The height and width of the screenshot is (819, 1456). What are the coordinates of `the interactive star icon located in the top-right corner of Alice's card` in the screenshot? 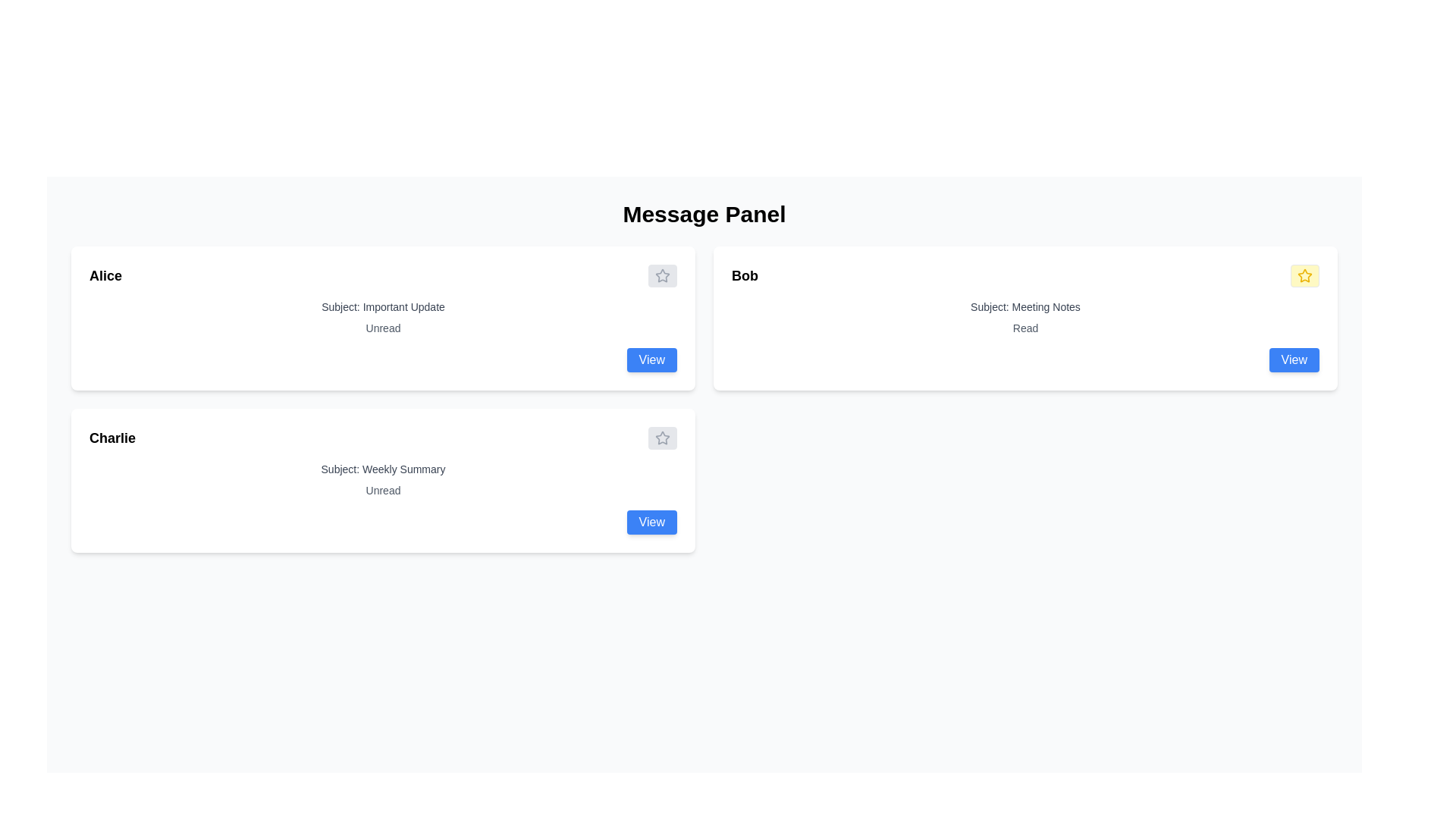 It's located at (662, 275).